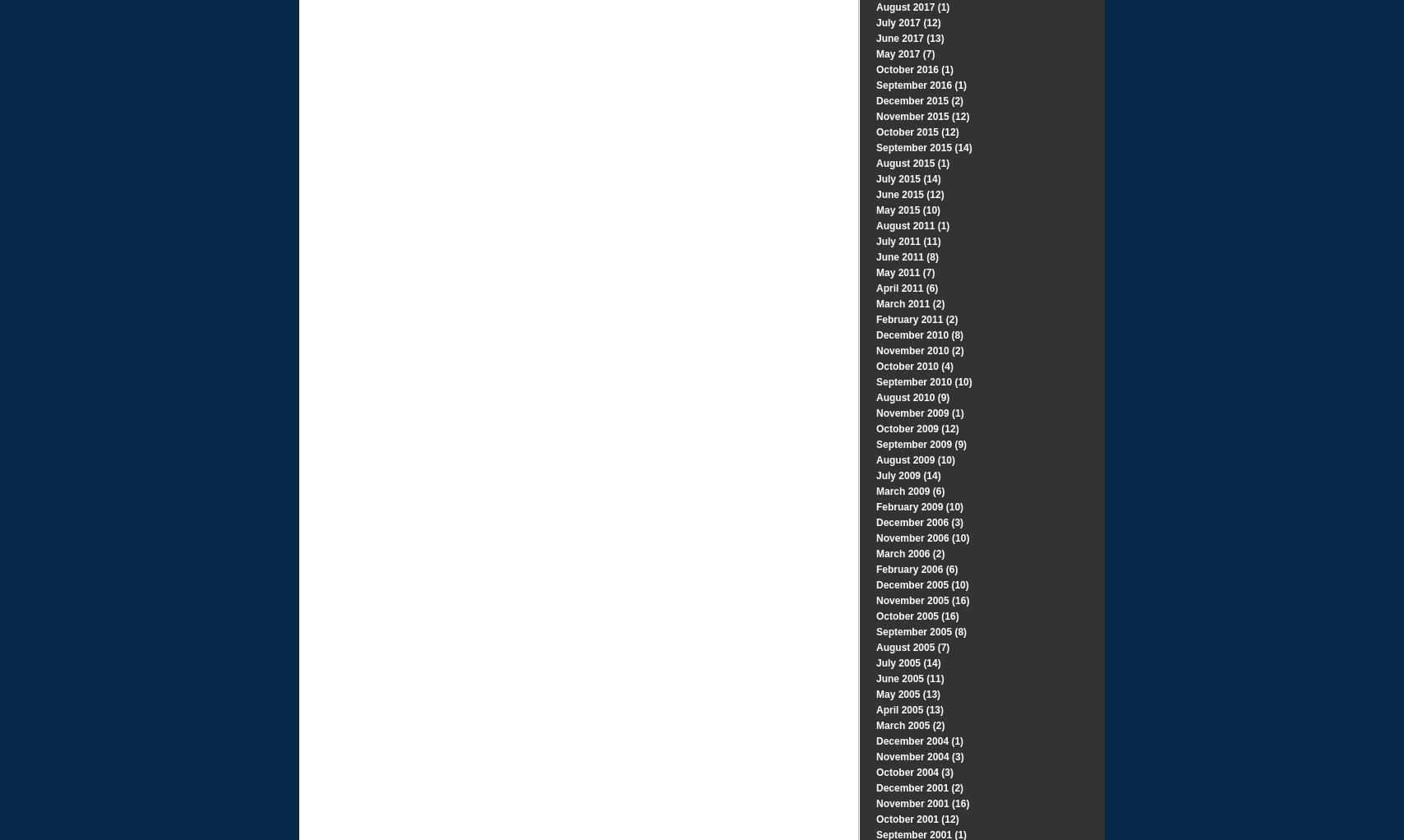 This screenshot has height=840, width=1404. I want to click on 'April 2011 (6)', so click(907, 288).